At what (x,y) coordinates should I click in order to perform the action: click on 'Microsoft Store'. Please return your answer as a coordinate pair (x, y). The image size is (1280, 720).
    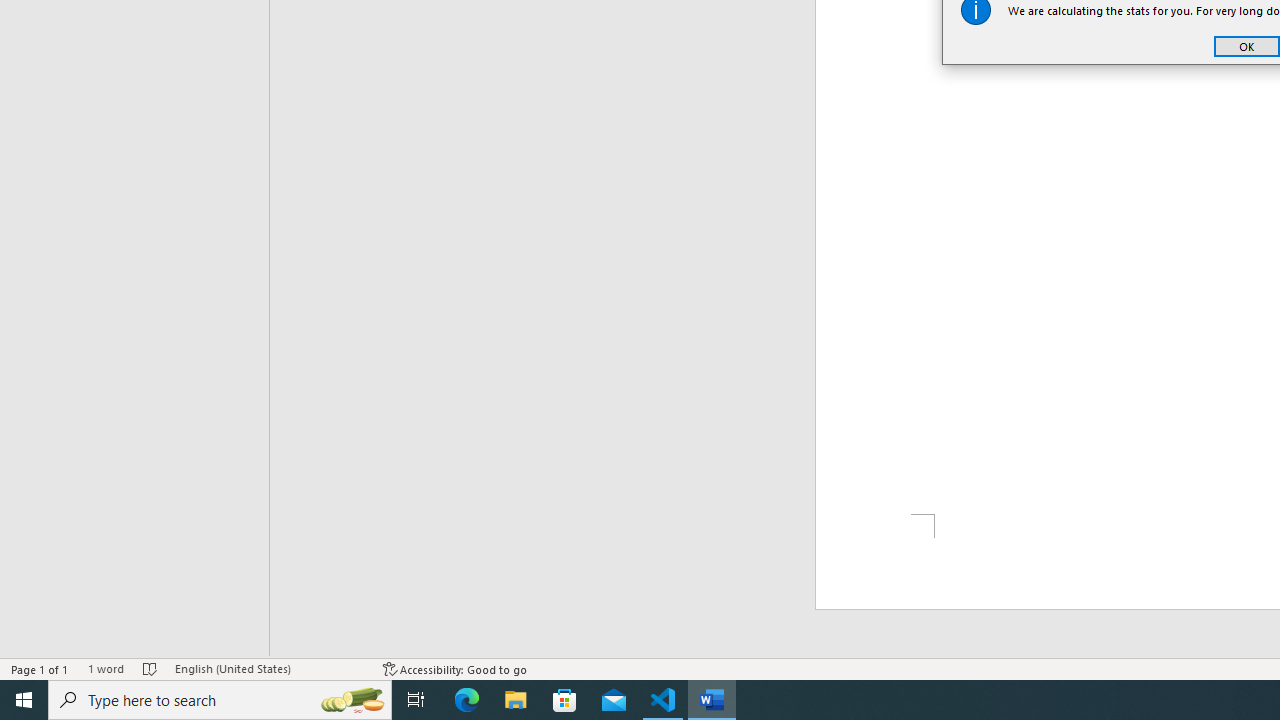
    Looking at the image, I should click on (564, 698).